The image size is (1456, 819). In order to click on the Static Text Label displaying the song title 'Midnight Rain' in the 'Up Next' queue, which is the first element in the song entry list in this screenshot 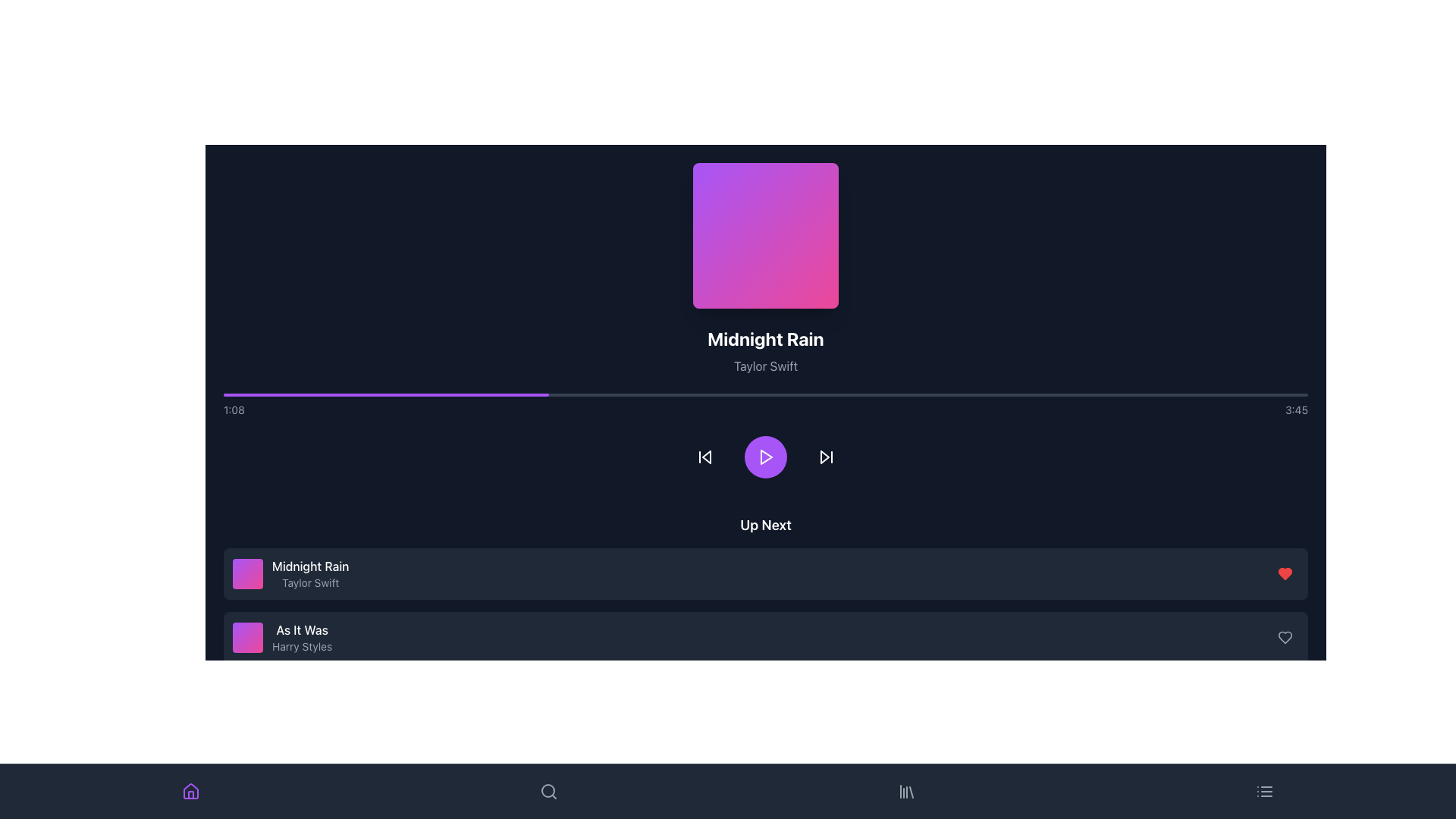, I will do `click(309, 566)`.